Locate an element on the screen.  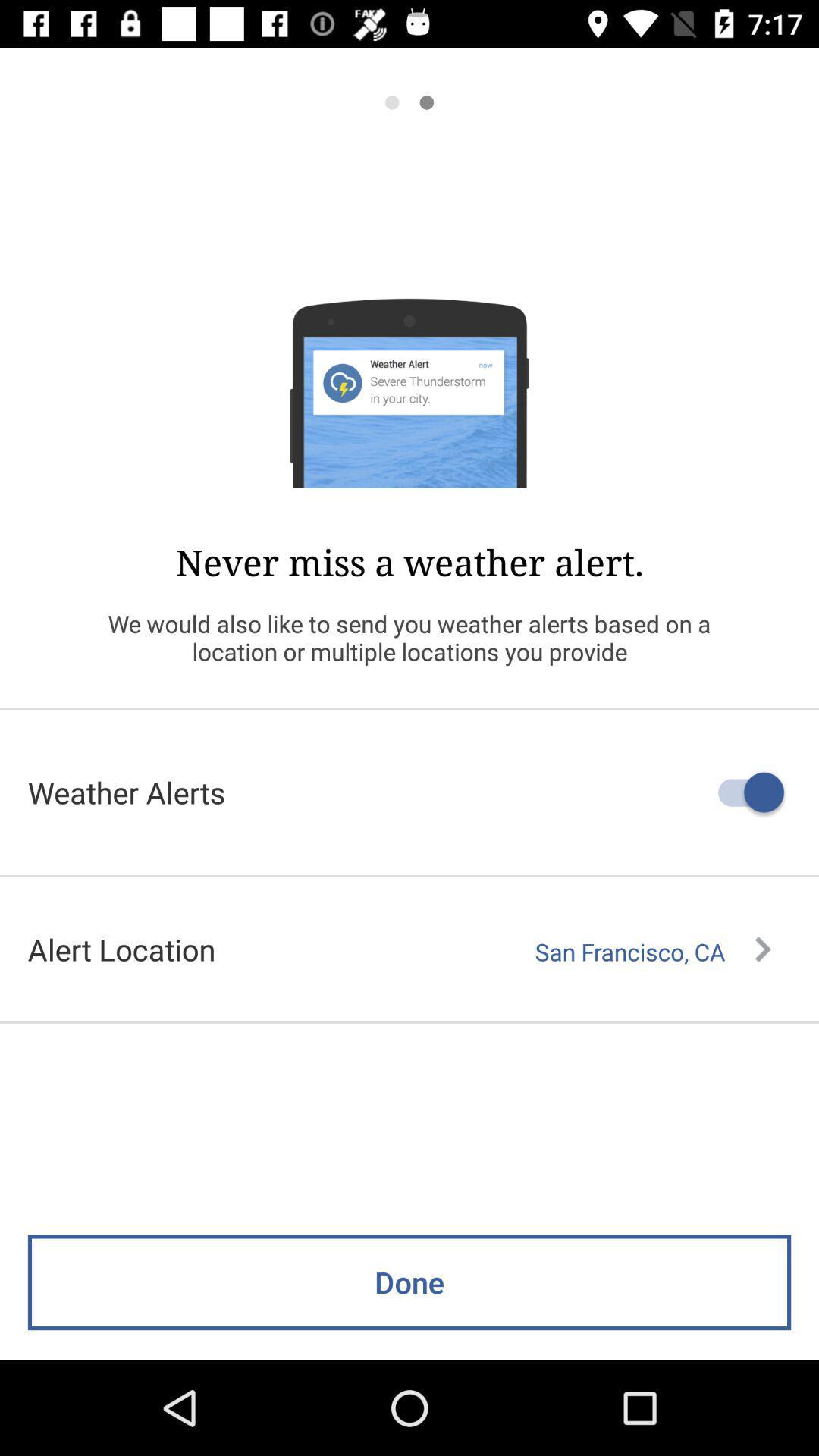
icon to the right of the alert location is located at coordinates (652, 951).